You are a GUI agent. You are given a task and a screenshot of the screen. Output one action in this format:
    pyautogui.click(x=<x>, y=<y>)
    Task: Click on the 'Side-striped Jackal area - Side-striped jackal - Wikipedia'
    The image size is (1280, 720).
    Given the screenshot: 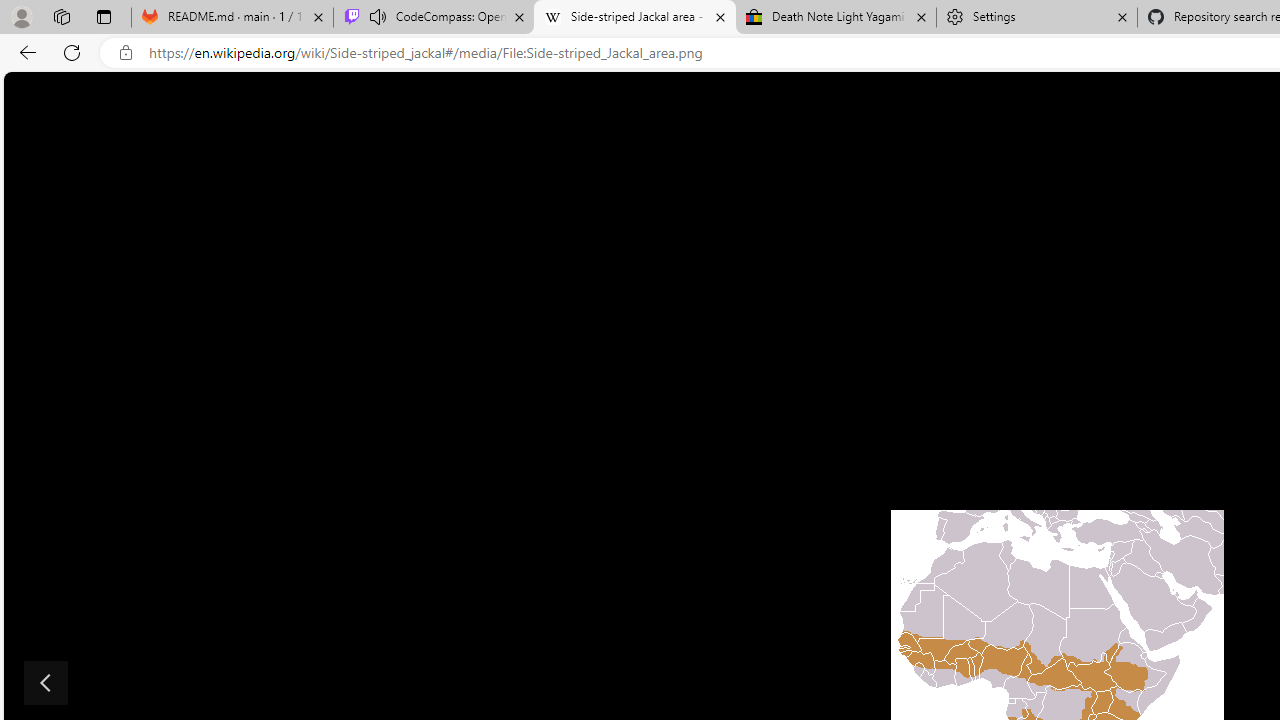 What is the action you would take?
    pyautogui.click(x=633, y=17)
    